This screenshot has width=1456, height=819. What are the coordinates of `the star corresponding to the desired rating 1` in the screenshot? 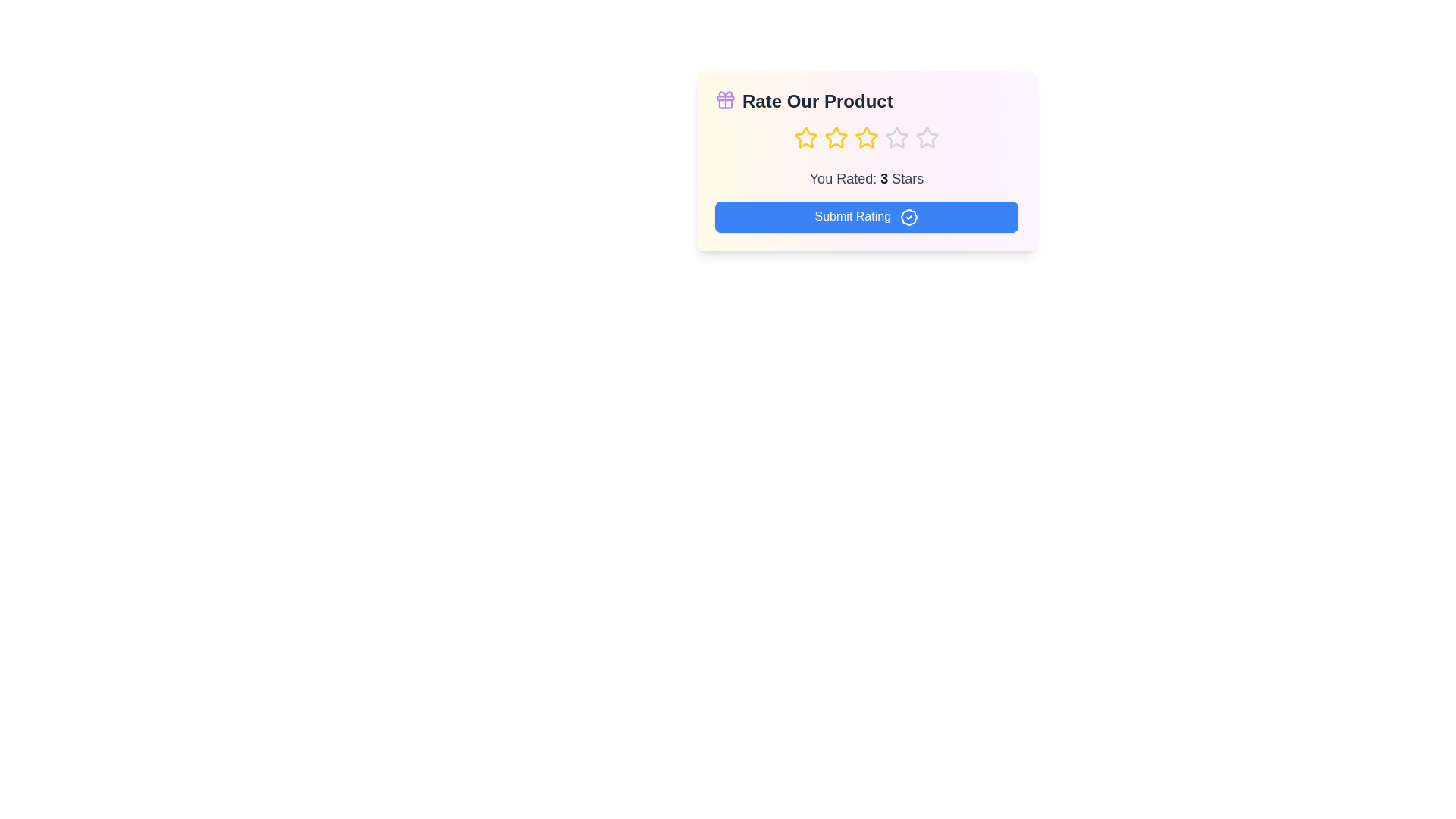 It's located at (805, 137).